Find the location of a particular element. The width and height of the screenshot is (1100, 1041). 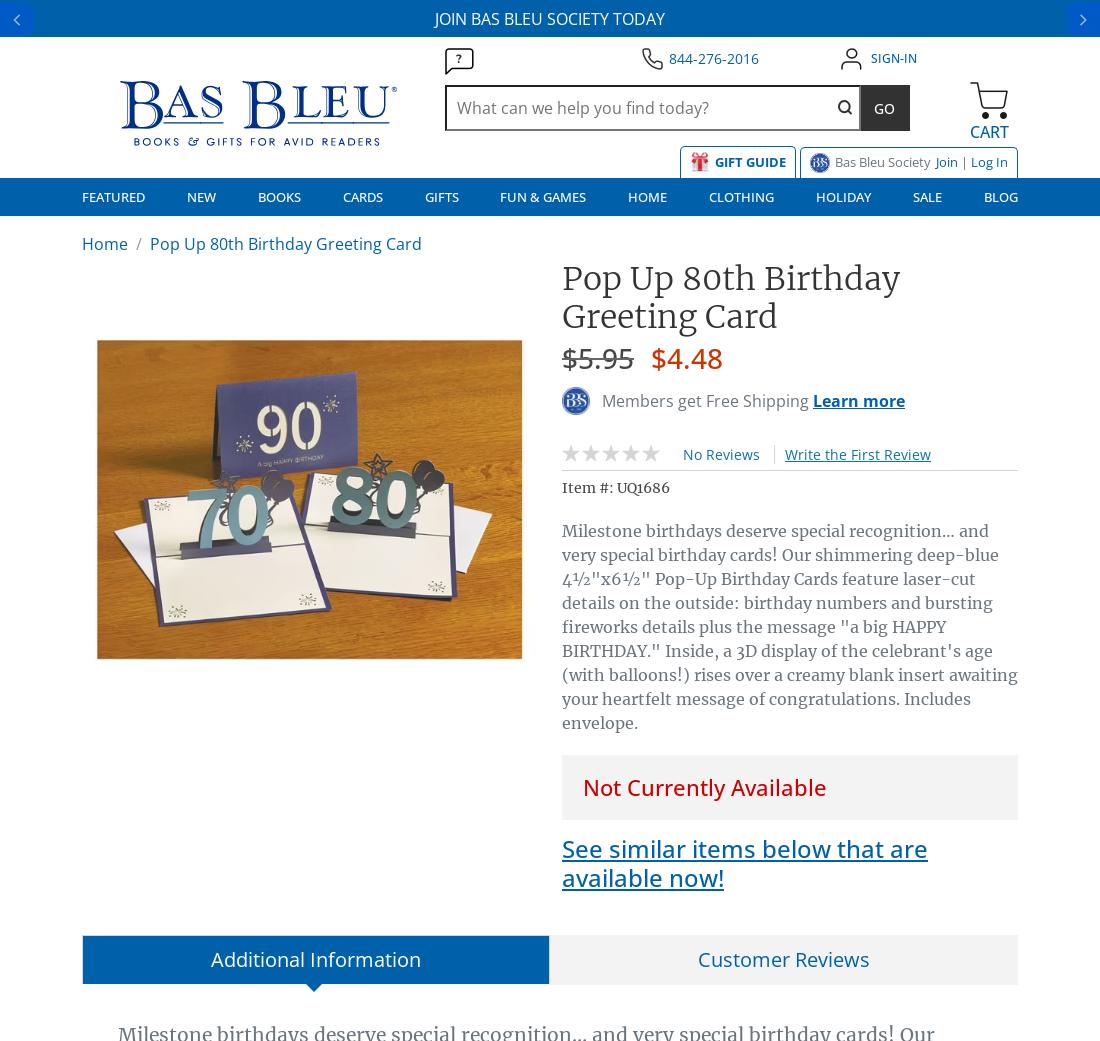

'Notice at Collection' is located at coordinates (154, 490).